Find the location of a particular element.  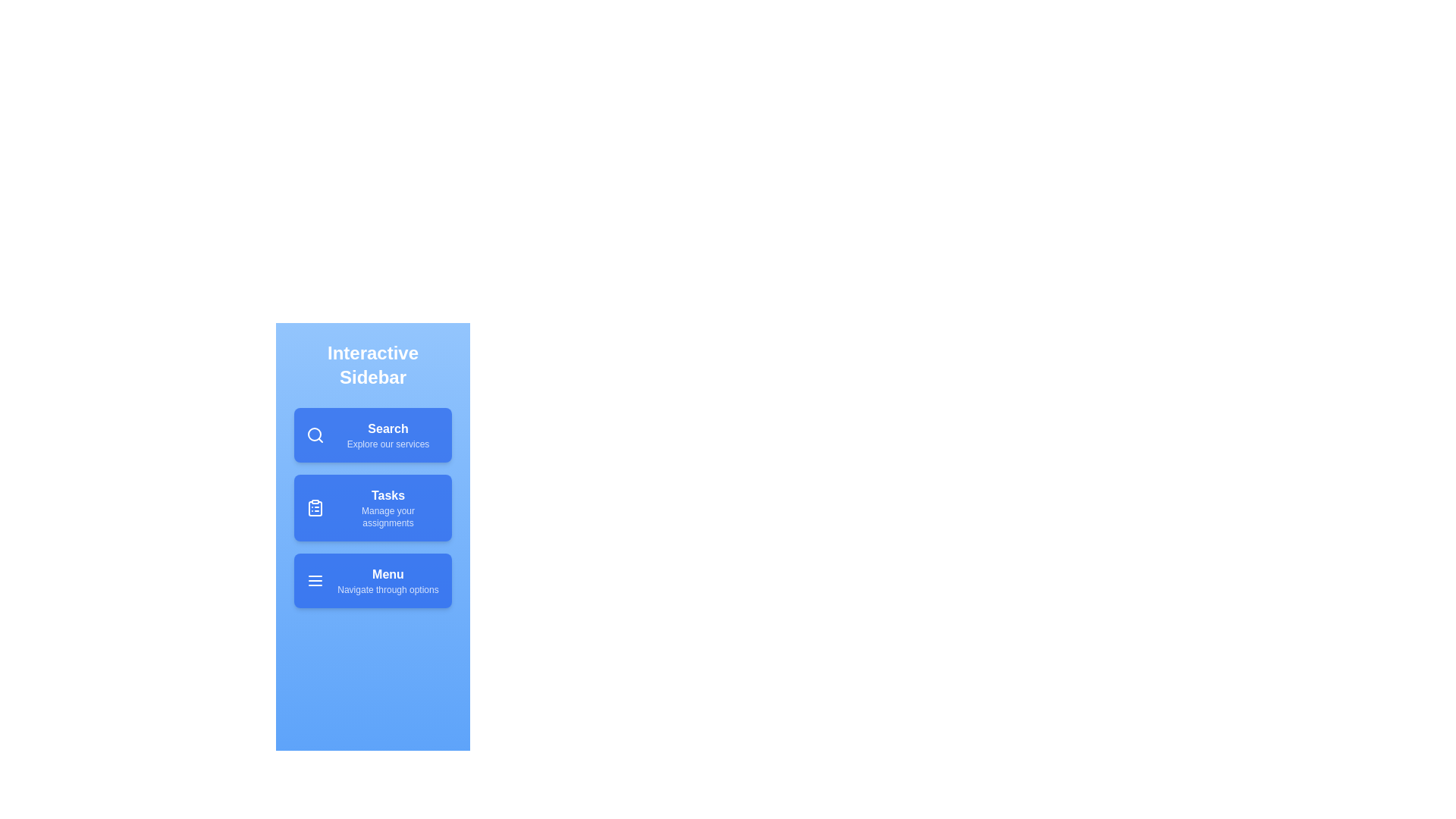

the menu item Search to see the hover effect is located at coordinates (372, 435).